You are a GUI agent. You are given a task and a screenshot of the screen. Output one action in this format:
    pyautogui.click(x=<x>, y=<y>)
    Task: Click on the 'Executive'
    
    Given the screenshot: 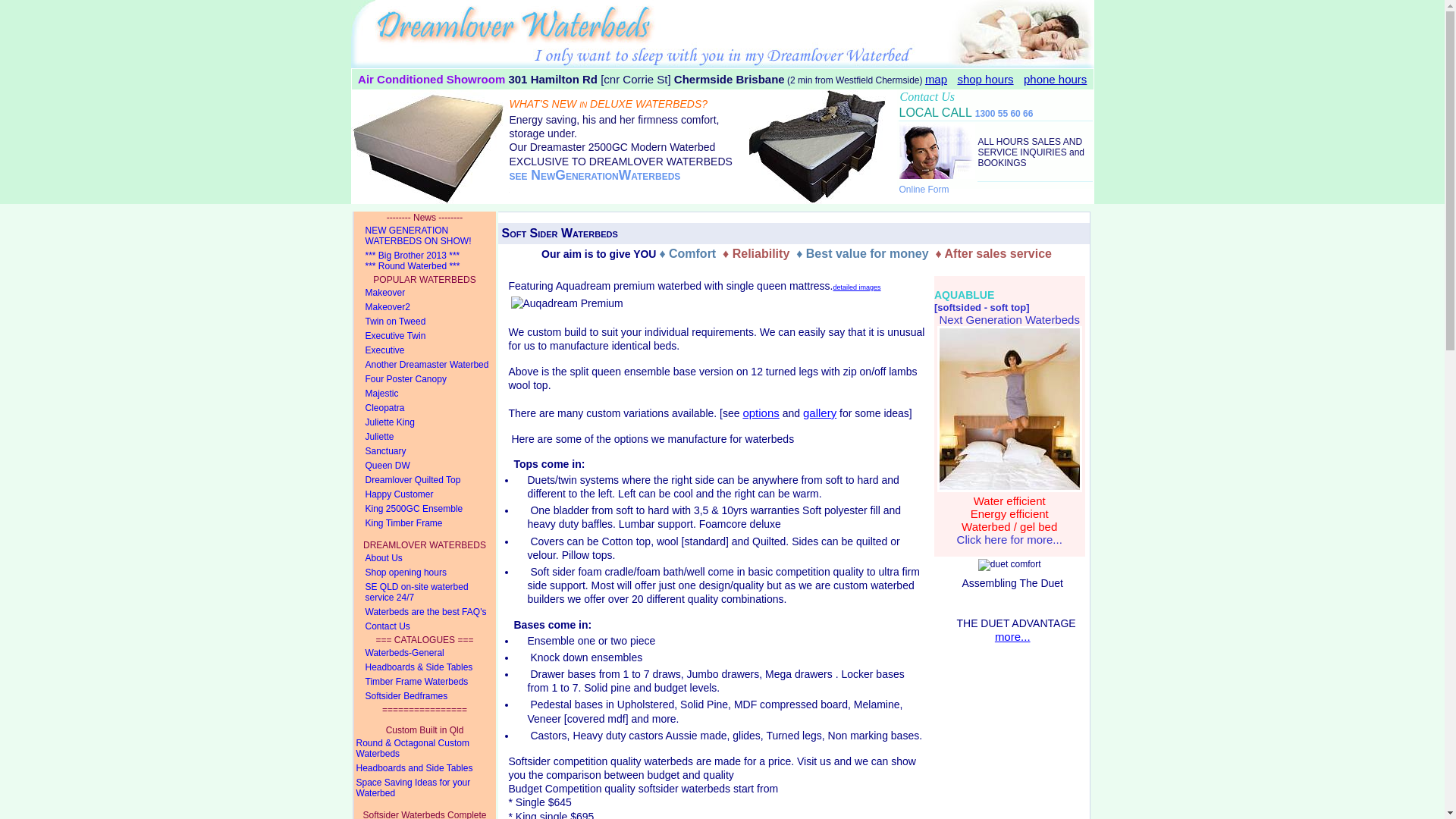 What is the action you would take?
    pyautogui.click(x=424, y=350)
    